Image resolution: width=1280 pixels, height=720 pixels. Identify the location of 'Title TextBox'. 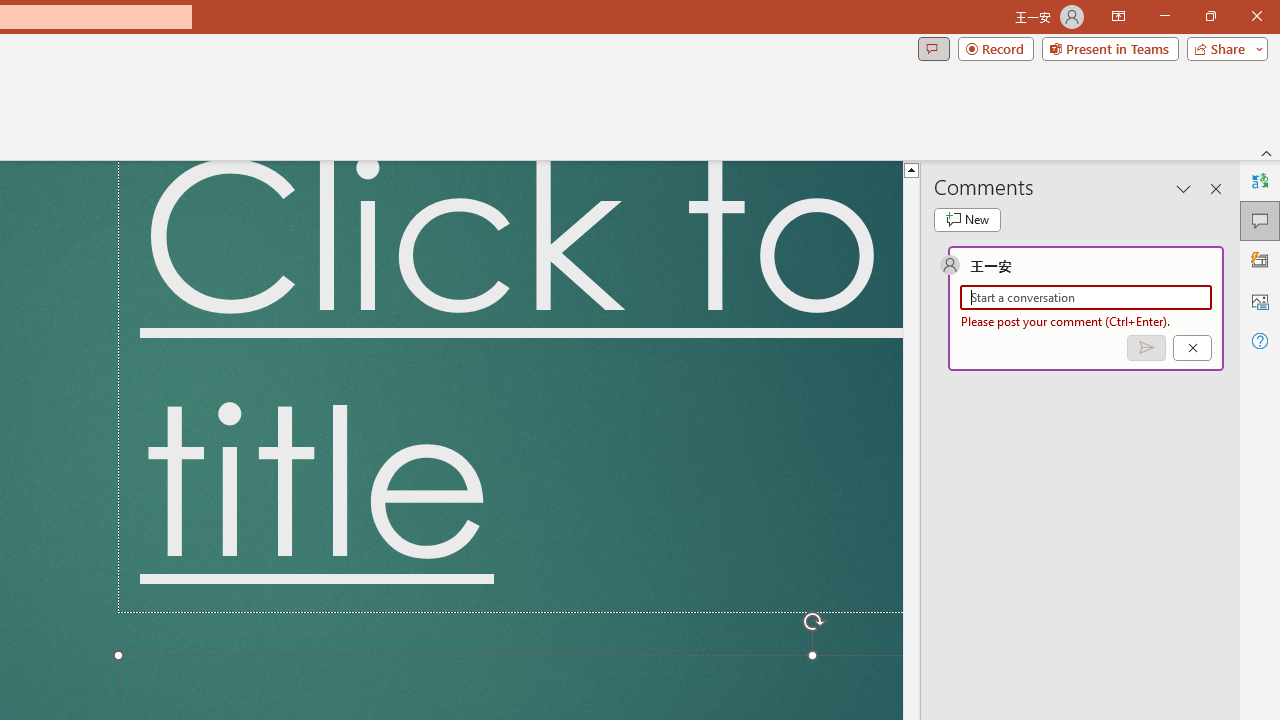
(510, 387).